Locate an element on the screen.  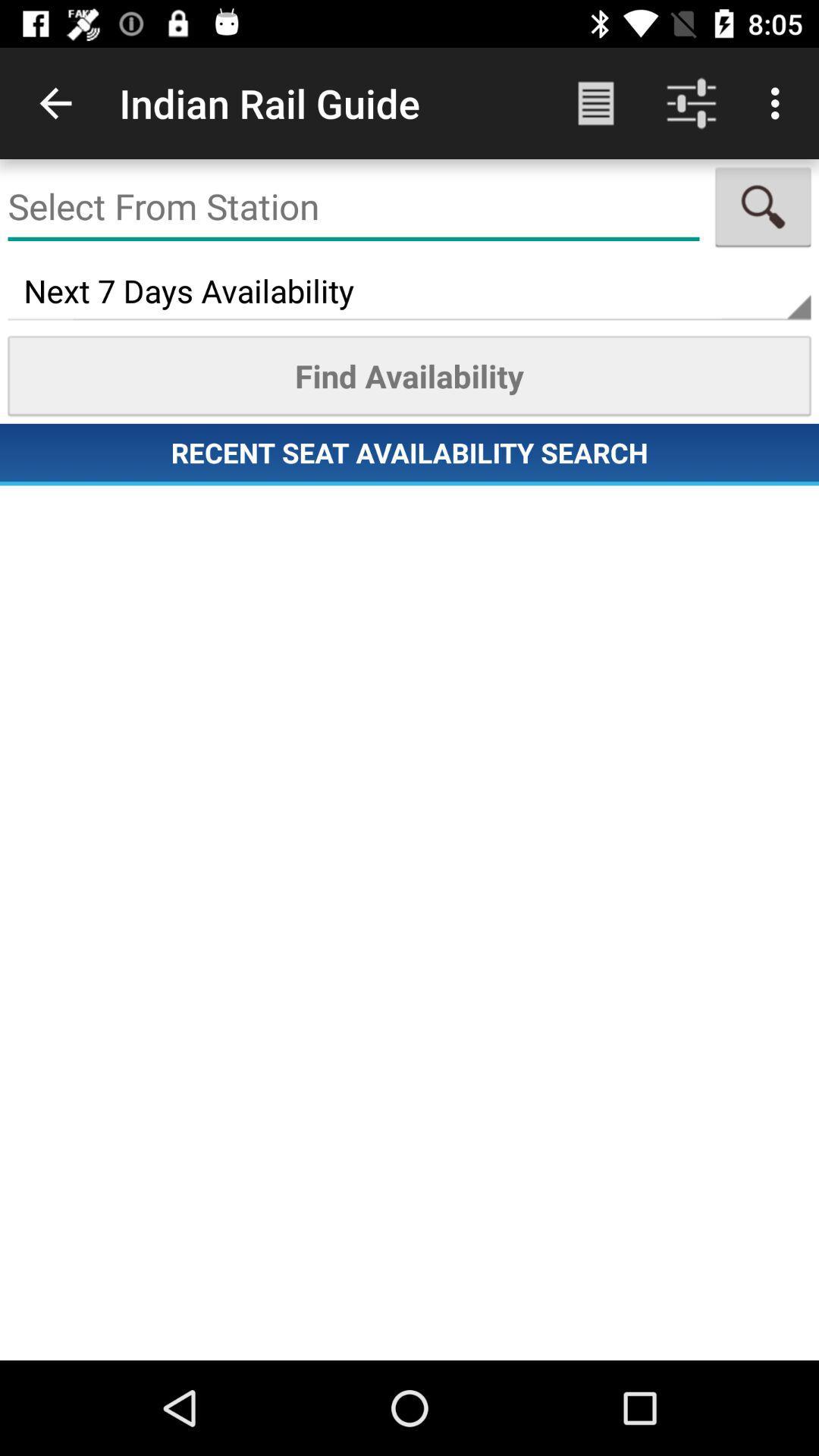
search for input is located at coordinates (763, 206).